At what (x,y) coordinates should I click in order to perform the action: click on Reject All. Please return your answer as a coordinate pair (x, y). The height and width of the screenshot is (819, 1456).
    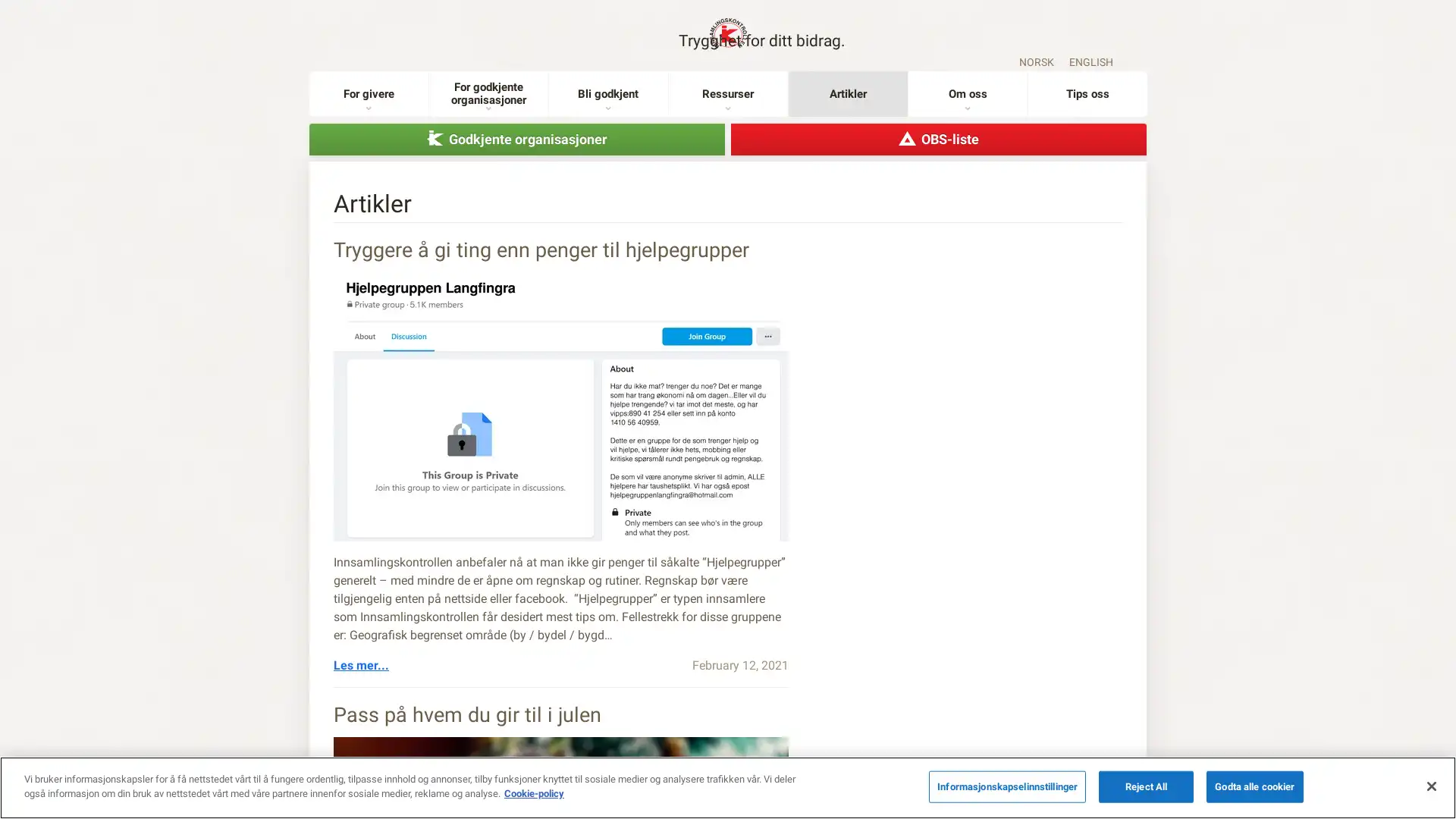
    Looking at the image, I should click on (1146, 786).